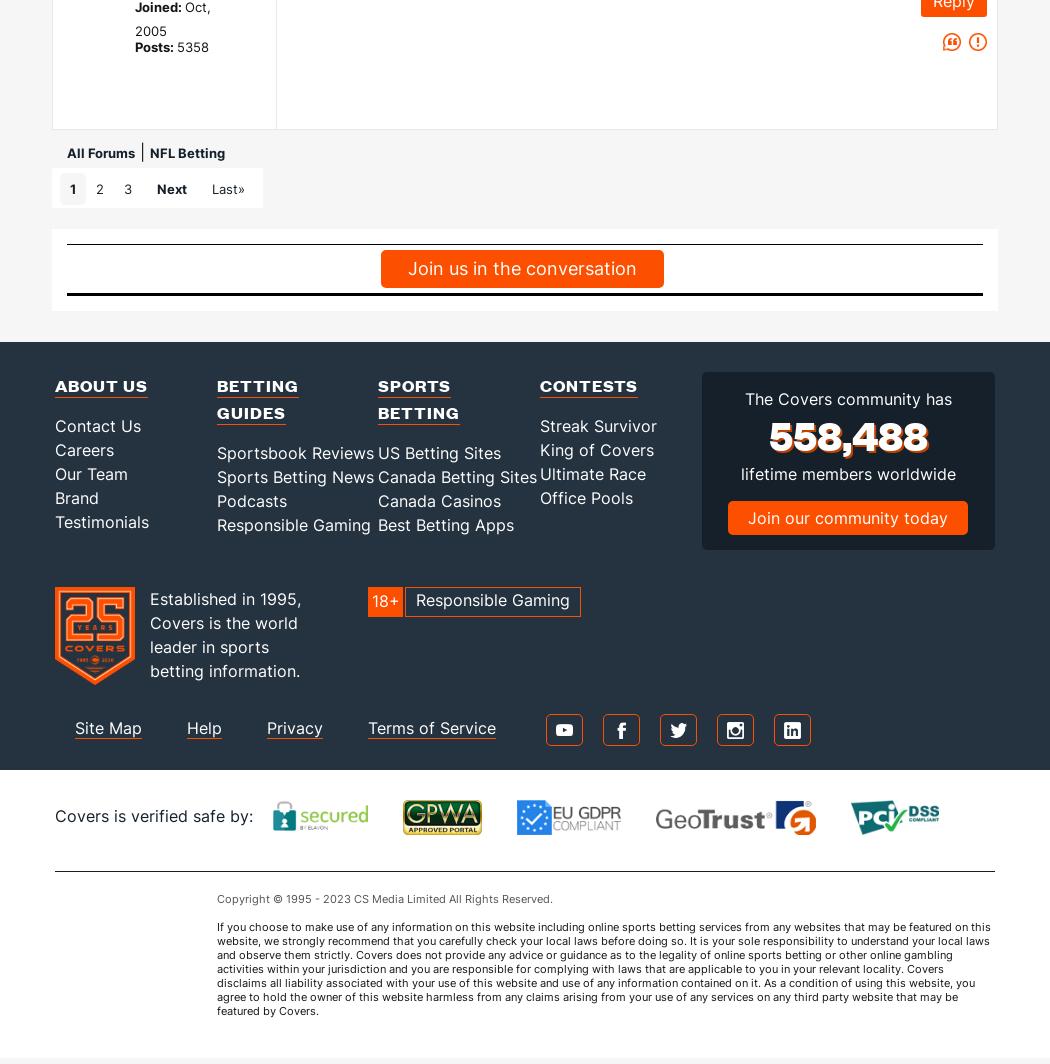 This screenshot has height=1064, width=1050. What do you see at coordinates (154, 45) in the screenshot?
I see `'Posts:'` at bounding box center [154, 45].